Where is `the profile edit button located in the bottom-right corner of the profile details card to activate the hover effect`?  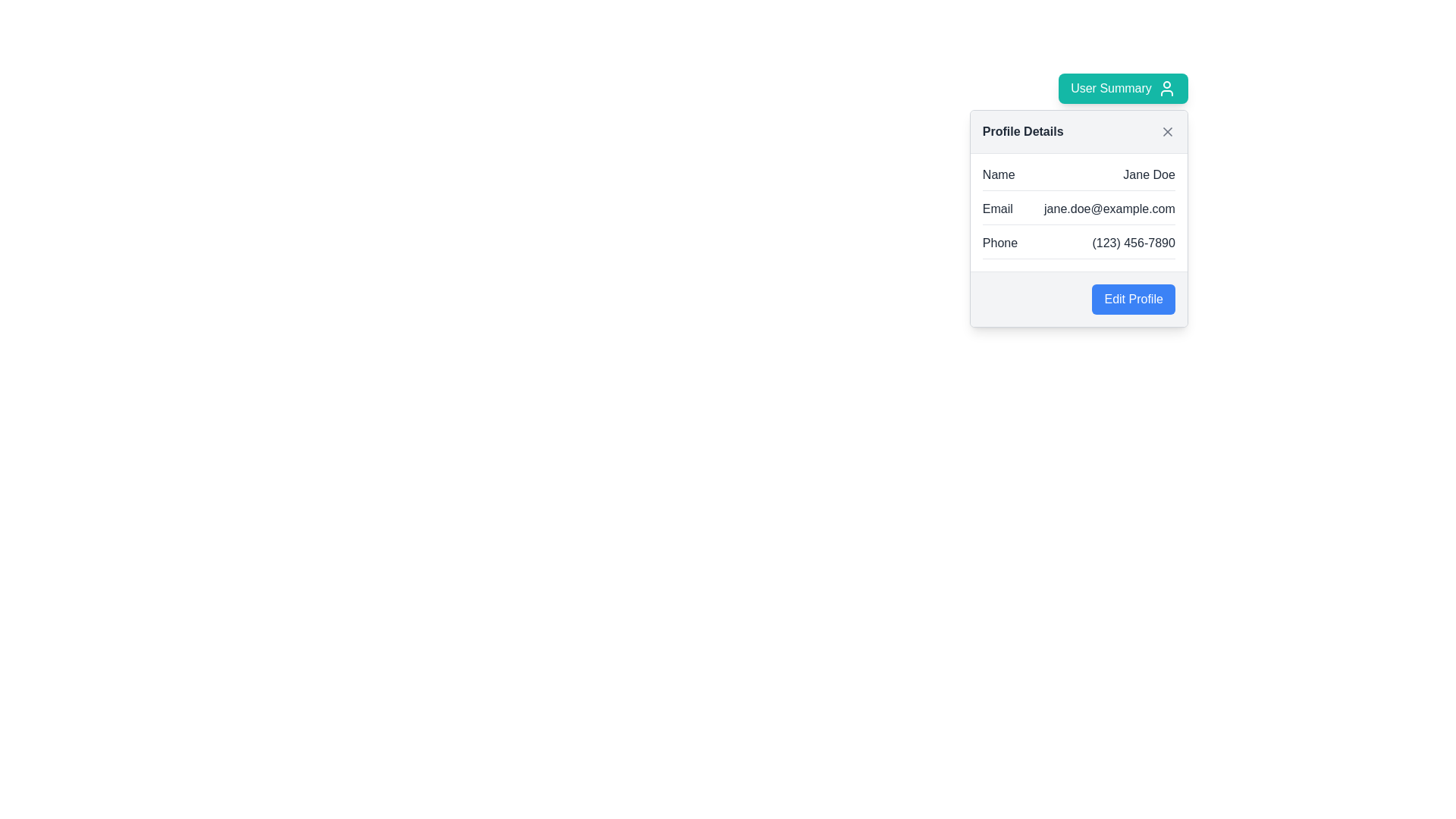
the profile edit button located in the bottom-right corner of the profile details card to activate the hover effect is located at coordinates (1134, 299).